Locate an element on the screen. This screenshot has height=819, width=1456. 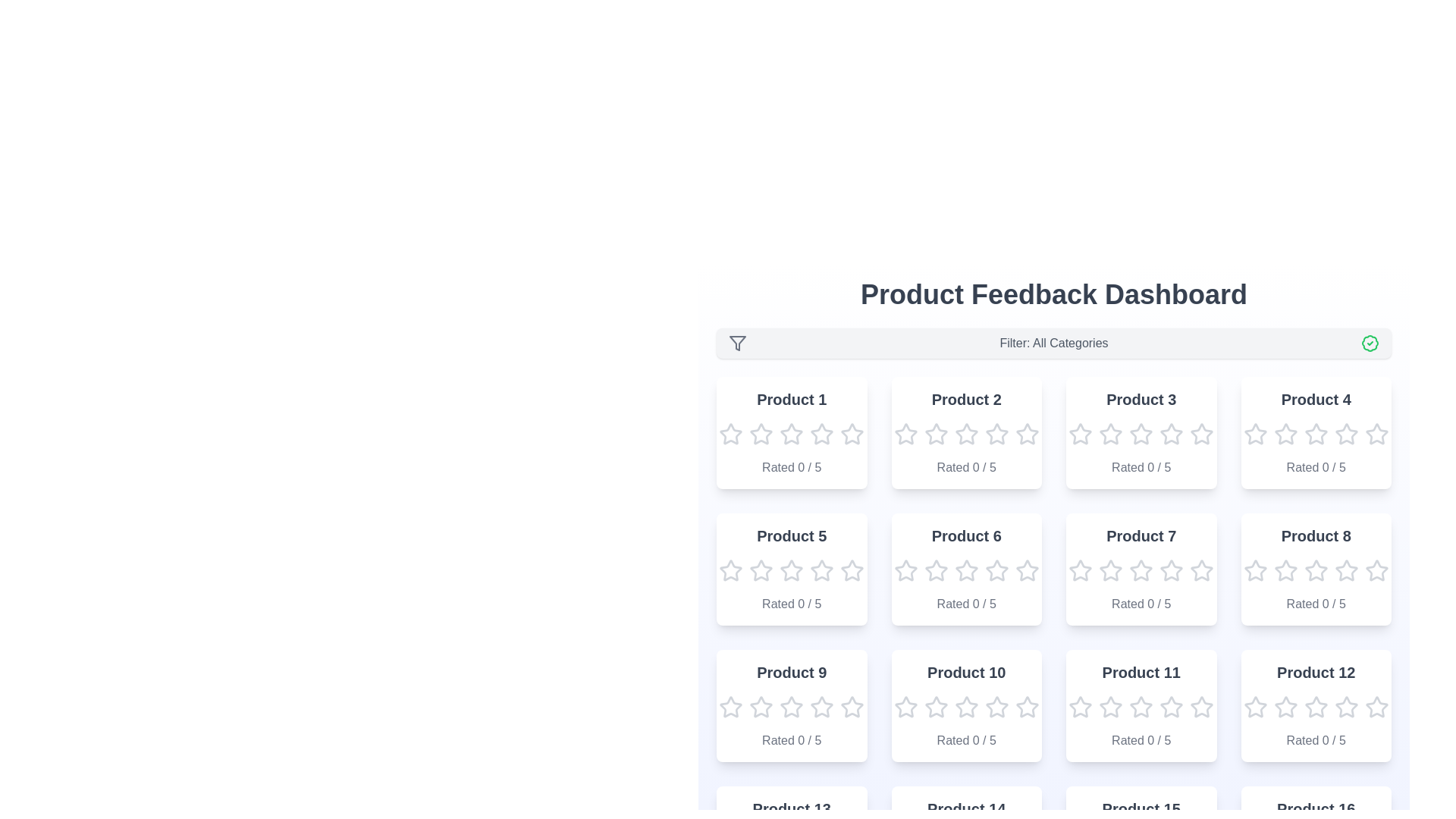
the filter icon to open the filtration options is located at coordinates (738, 343).